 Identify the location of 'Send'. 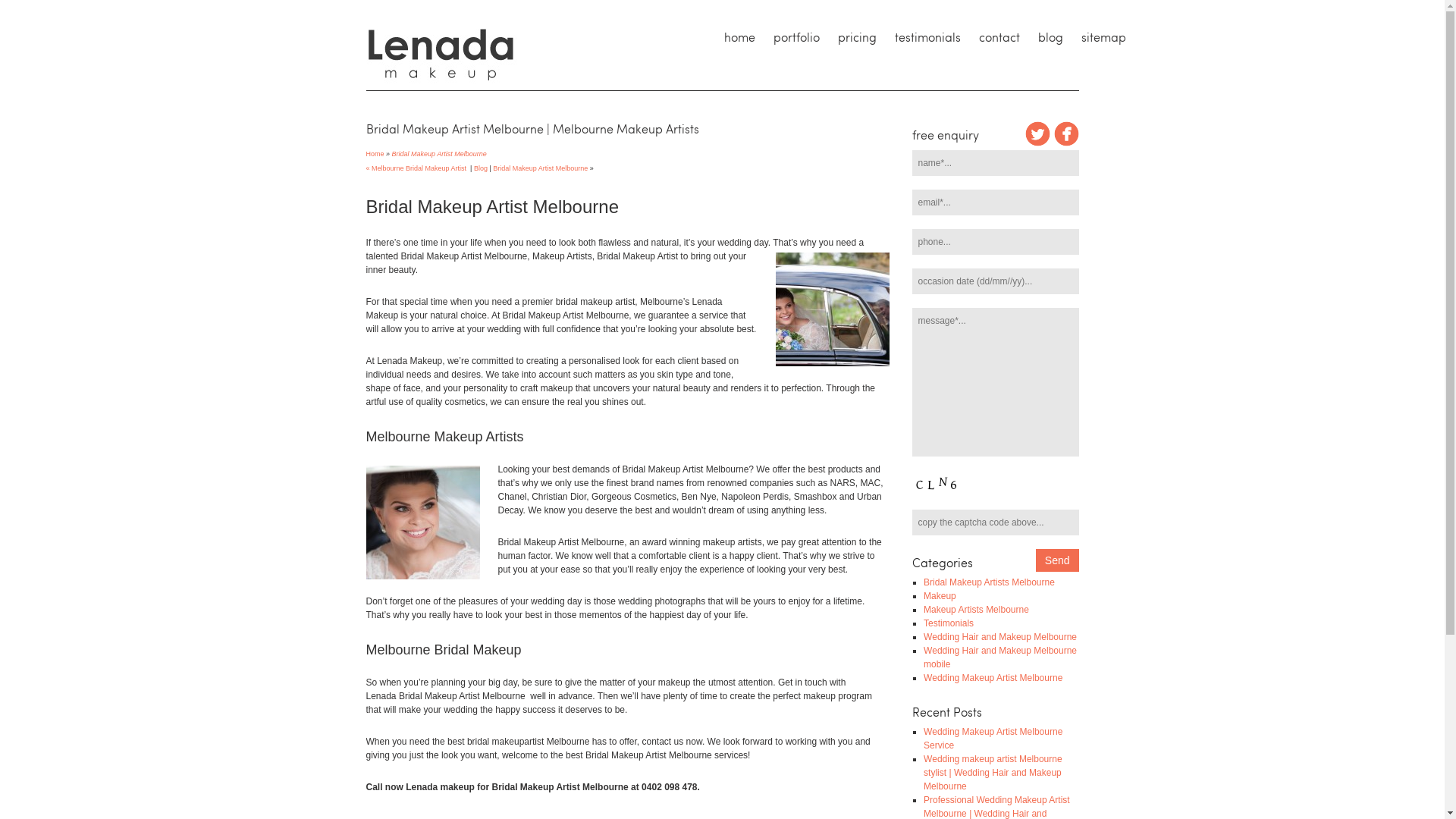
(1056, 560).